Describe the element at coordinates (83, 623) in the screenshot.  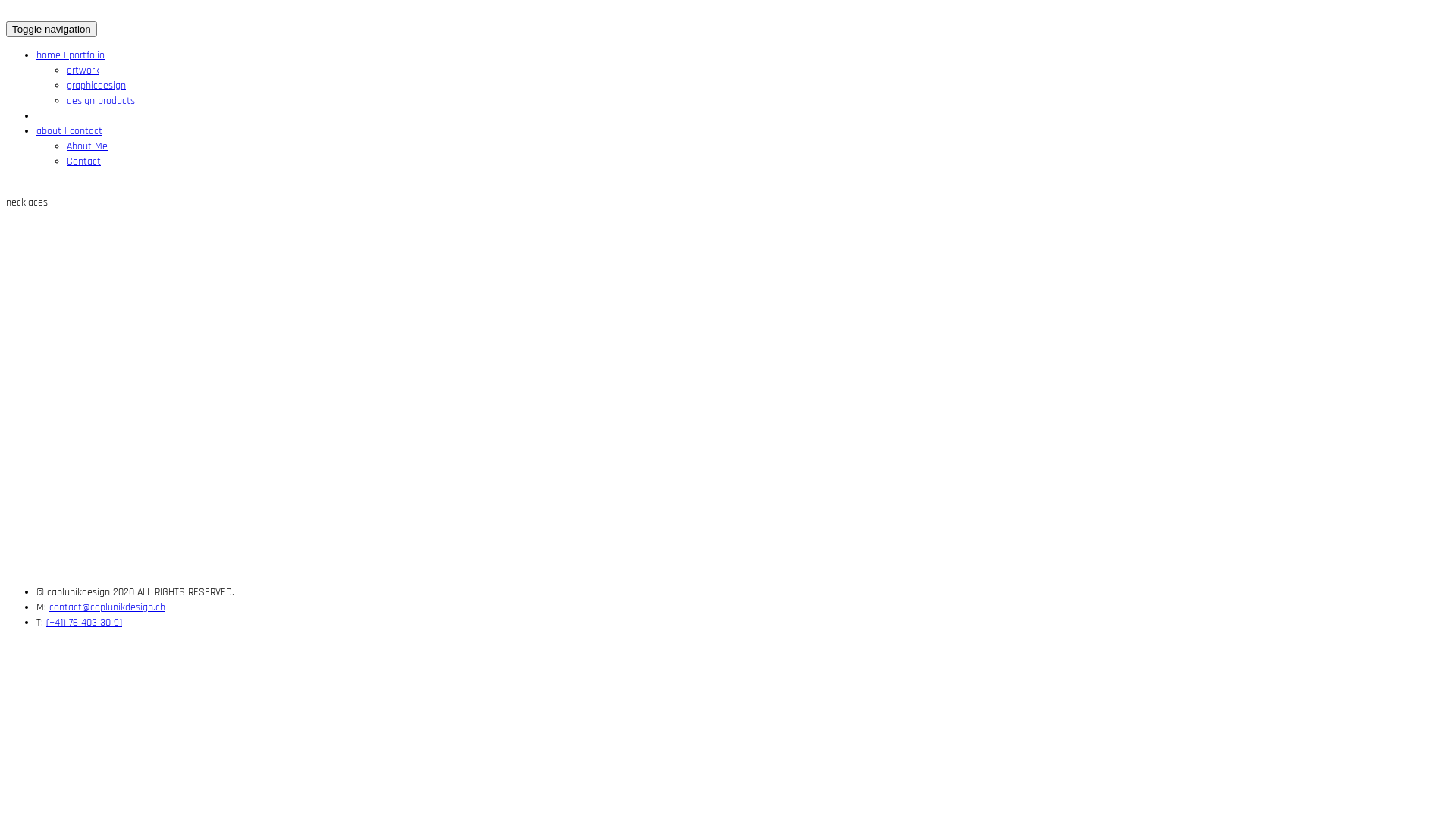
I see `'(+41) 76 403 30 91'` at that location.